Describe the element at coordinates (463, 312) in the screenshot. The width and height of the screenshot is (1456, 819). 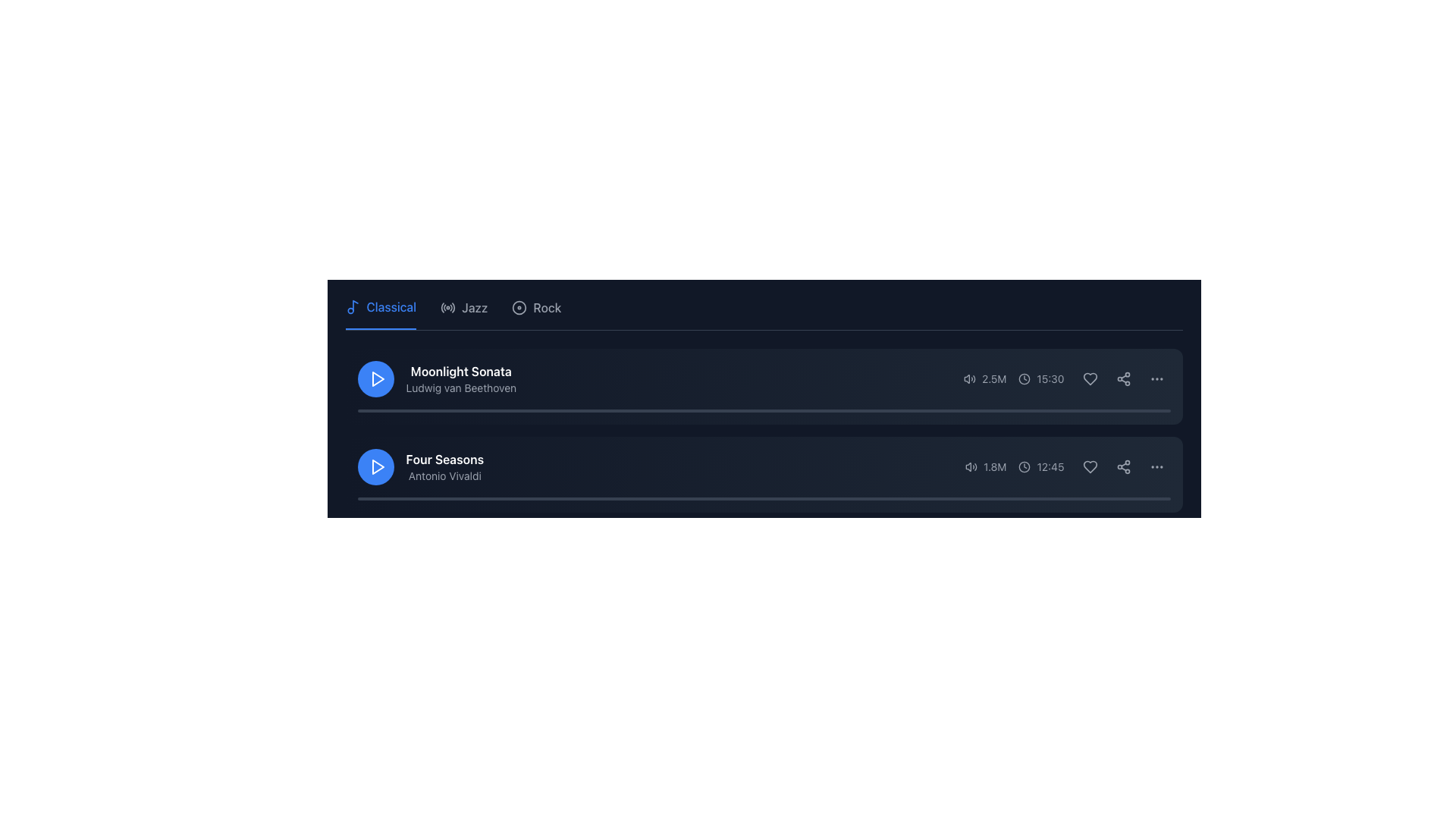
I see `the 'Jazz' category tab in the navigation menu` at that location.